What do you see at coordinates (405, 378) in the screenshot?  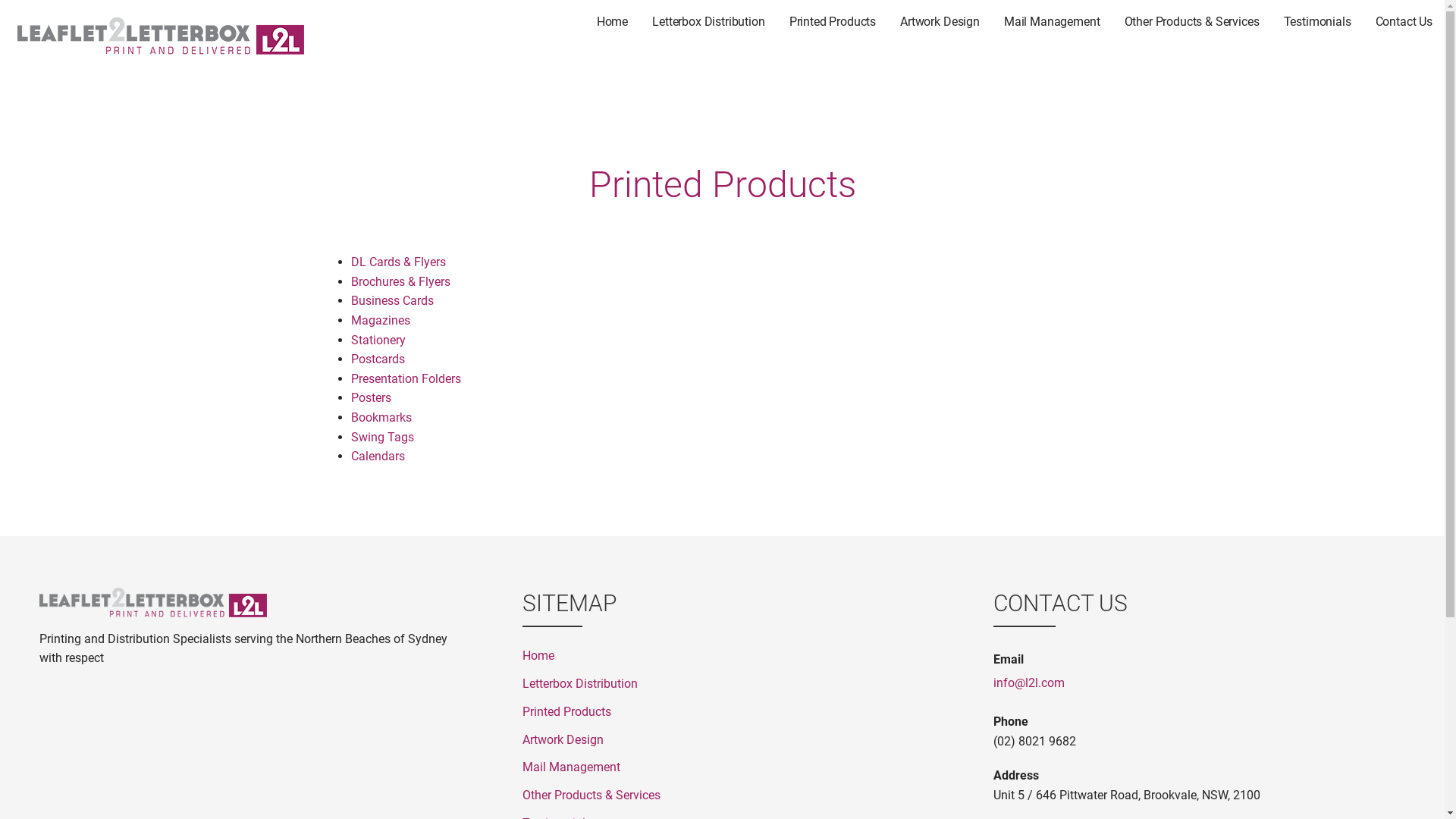 I see `'Presentation Folders'` at bounding box center [405, 378].